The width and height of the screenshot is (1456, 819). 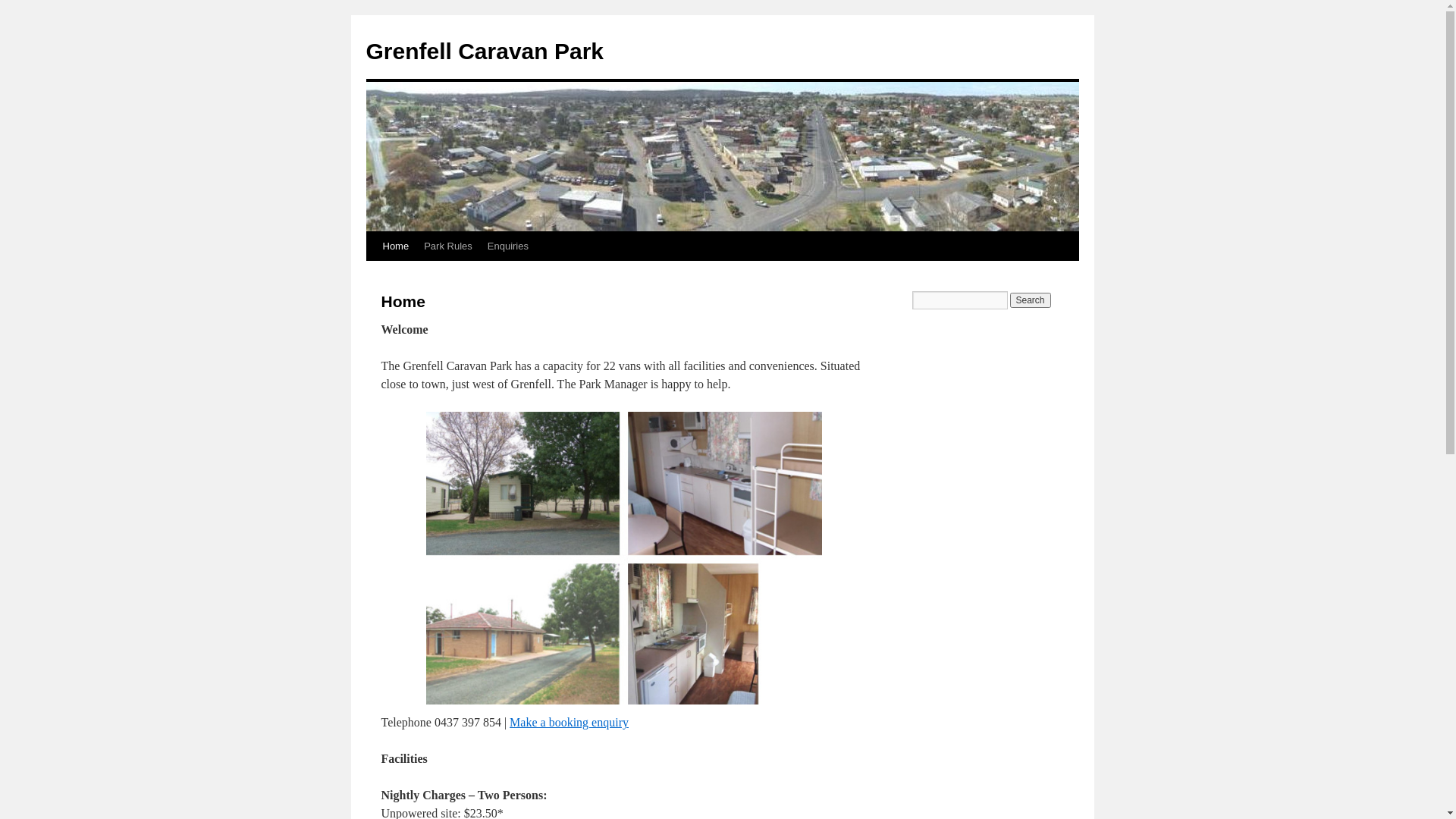 I want to click on 'Park Rules', so click(x=447, y=245).